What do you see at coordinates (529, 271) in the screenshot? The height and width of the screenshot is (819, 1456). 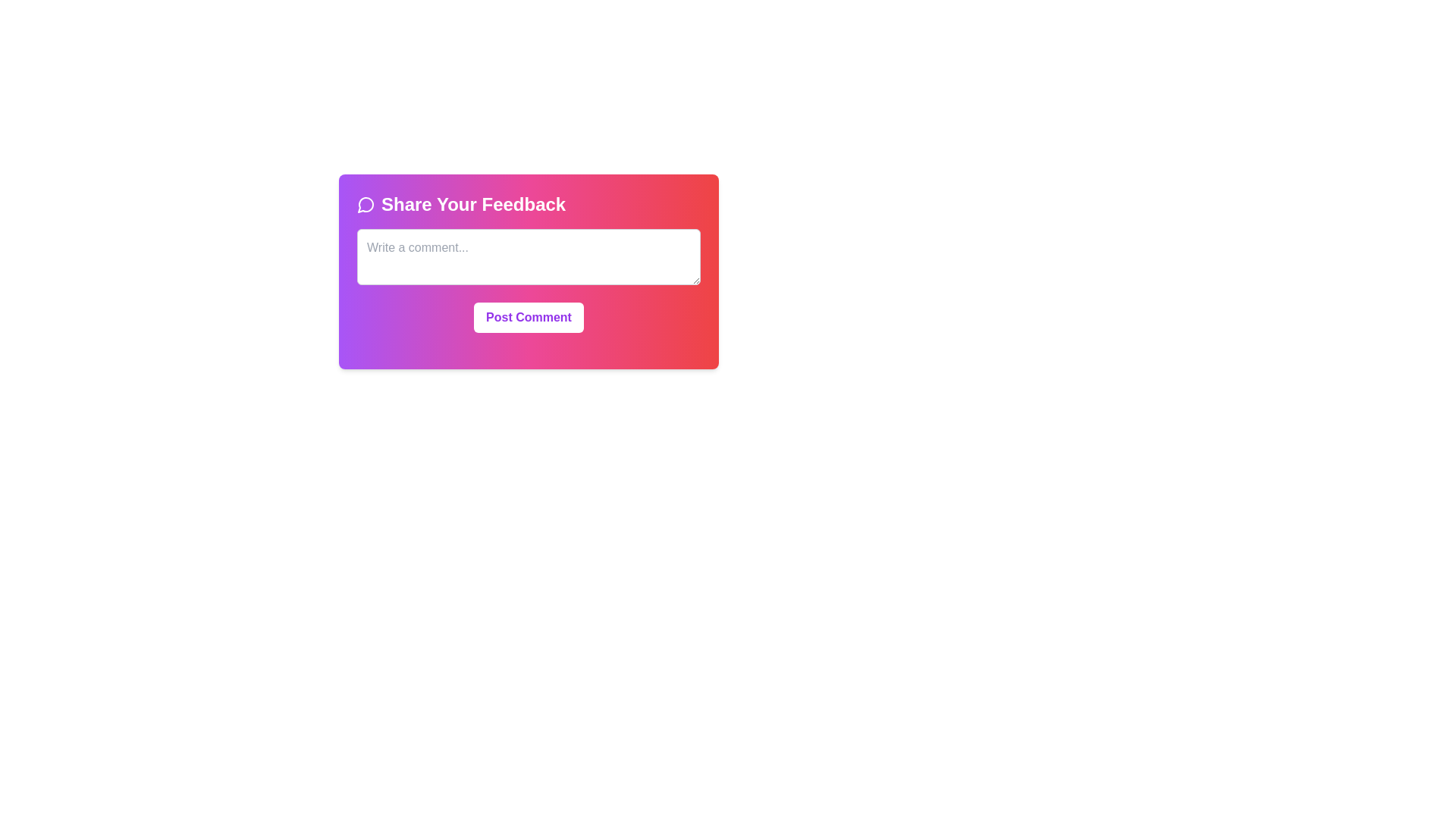 I see `the input field of the Interactive feedback form to type feedback` at bounding box center [529, 271].